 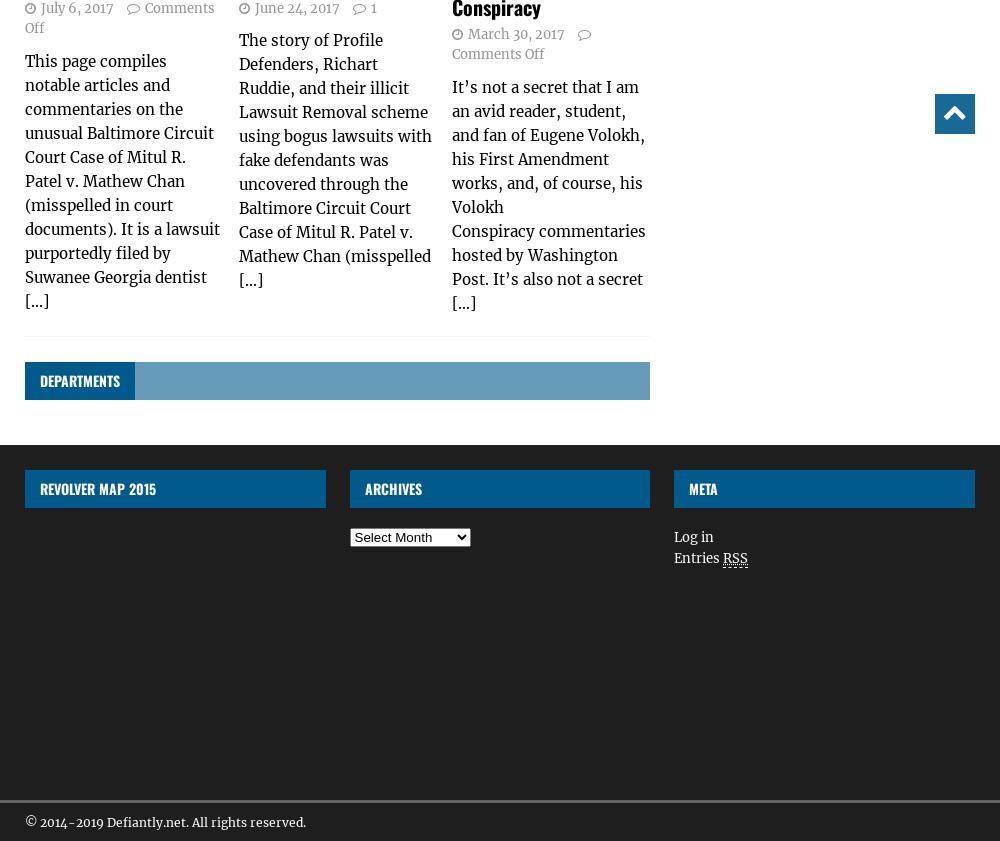 I want to click on 'Revolver Map 2015', so click(x=97, y=488).